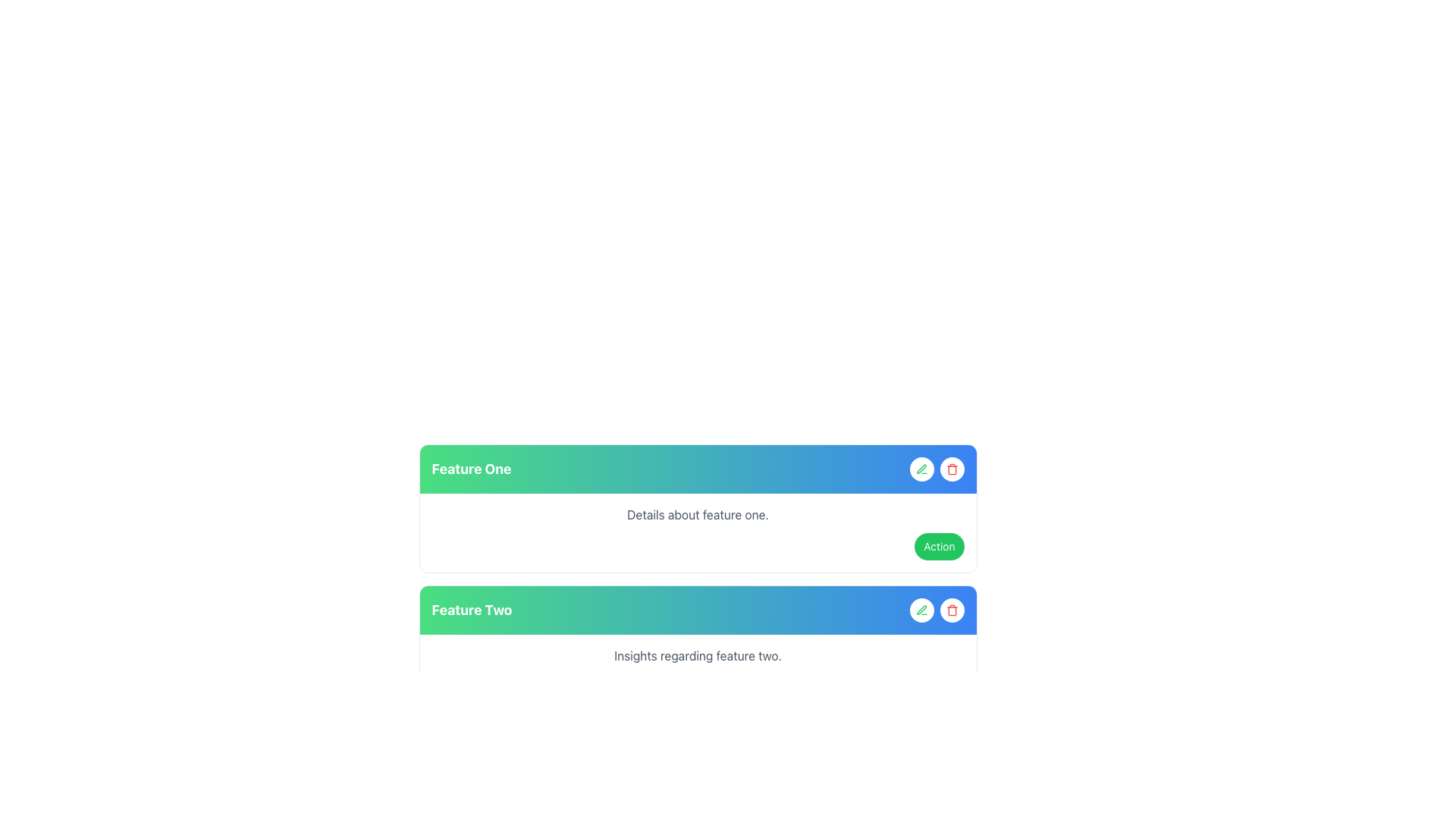 Image resolution: width=1456 pixels, height=819 pixels. Describe the element at coordinates (697, 513) in the screenshot. I see `the static text label that contains the phrase 'Details about feature one.' located under the 'Feature One' section header, aligned with the action button on the right` at that location.